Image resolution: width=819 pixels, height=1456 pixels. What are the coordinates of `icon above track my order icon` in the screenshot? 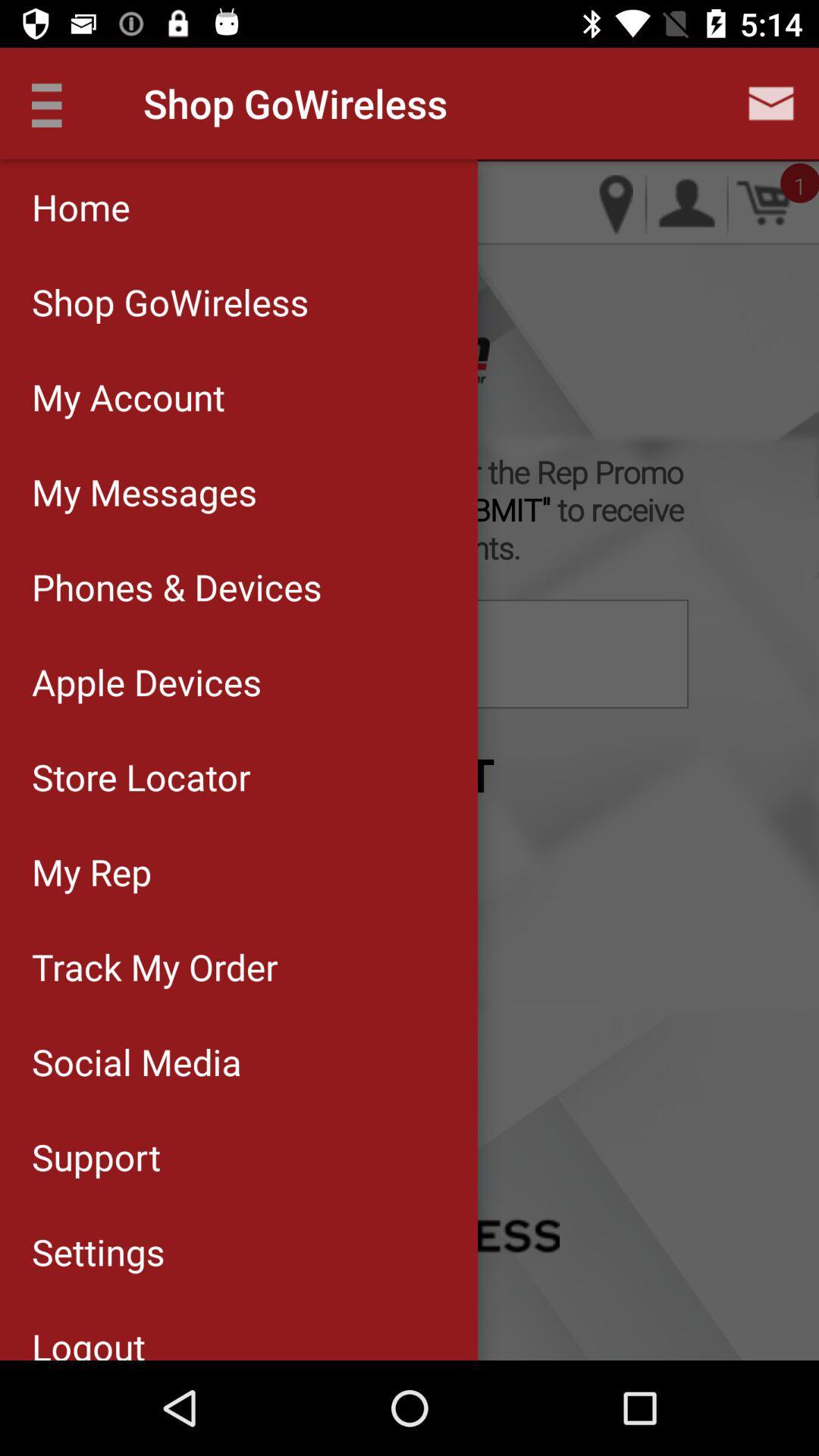 It's located at (239, 871).